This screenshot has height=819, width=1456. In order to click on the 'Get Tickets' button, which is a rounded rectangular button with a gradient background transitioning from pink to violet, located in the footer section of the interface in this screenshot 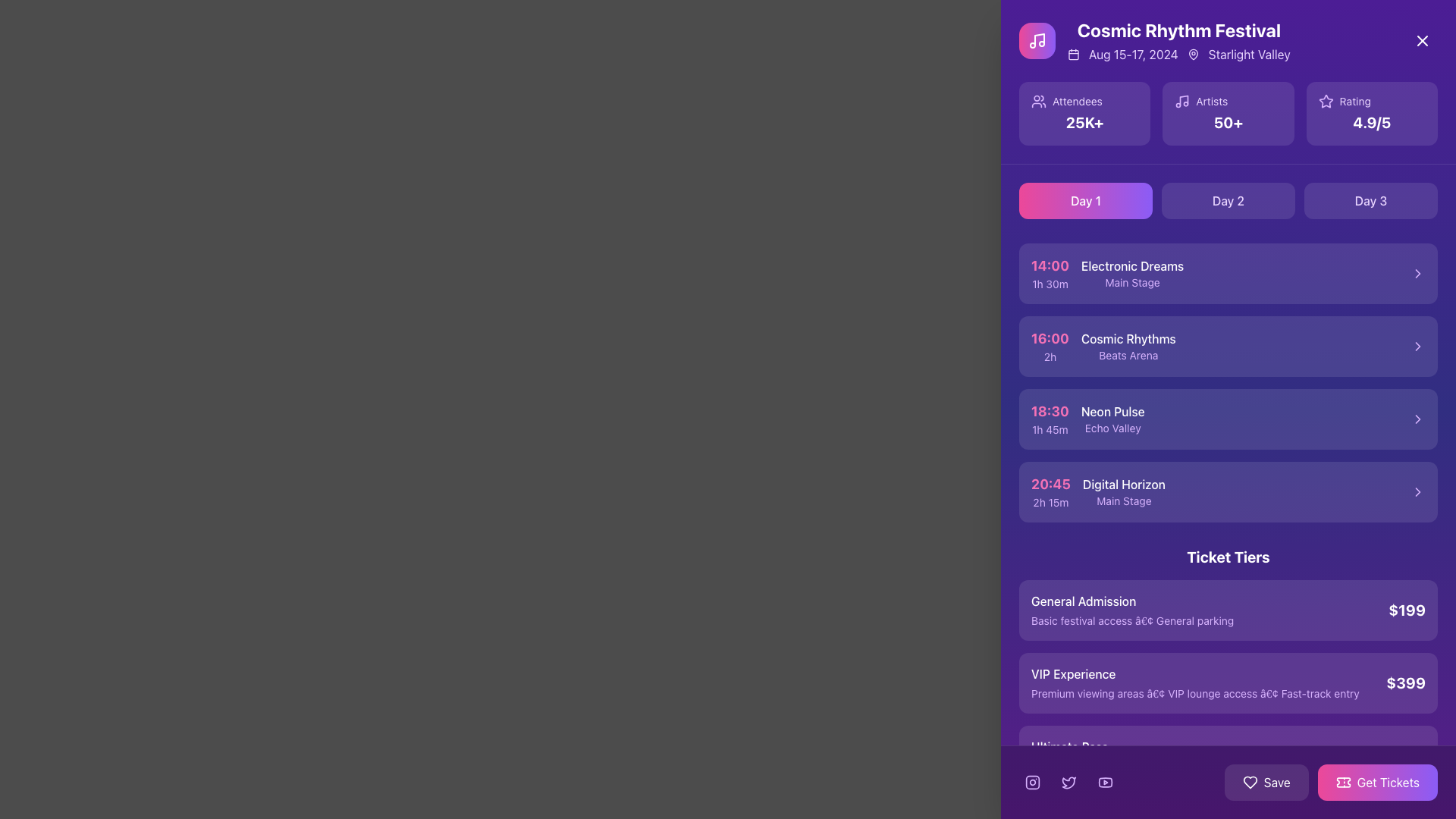, I will do `click(1377, 783)`.